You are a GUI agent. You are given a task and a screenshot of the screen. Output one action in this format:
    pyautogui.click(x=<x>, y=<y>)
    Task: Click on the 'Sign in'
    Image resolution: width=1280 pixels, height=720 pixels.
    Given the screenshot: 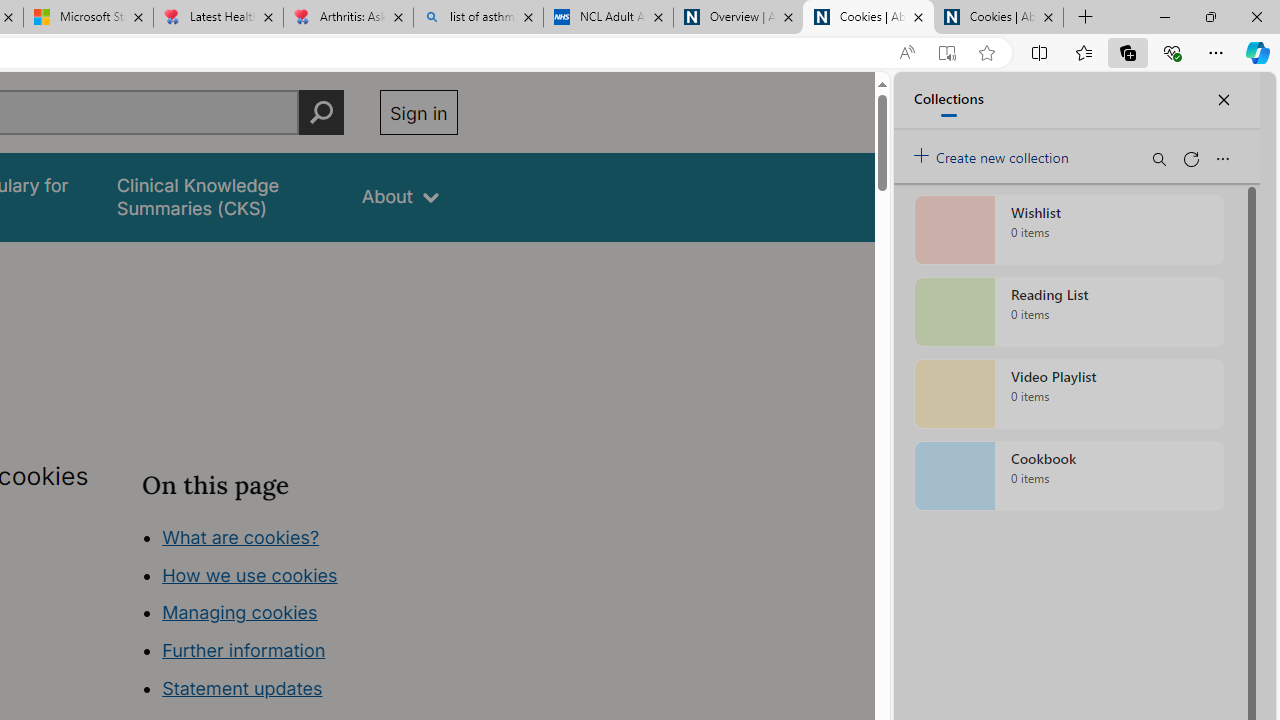 What is the action you would take?
    pyautogui.click(x=417, y=112)
    